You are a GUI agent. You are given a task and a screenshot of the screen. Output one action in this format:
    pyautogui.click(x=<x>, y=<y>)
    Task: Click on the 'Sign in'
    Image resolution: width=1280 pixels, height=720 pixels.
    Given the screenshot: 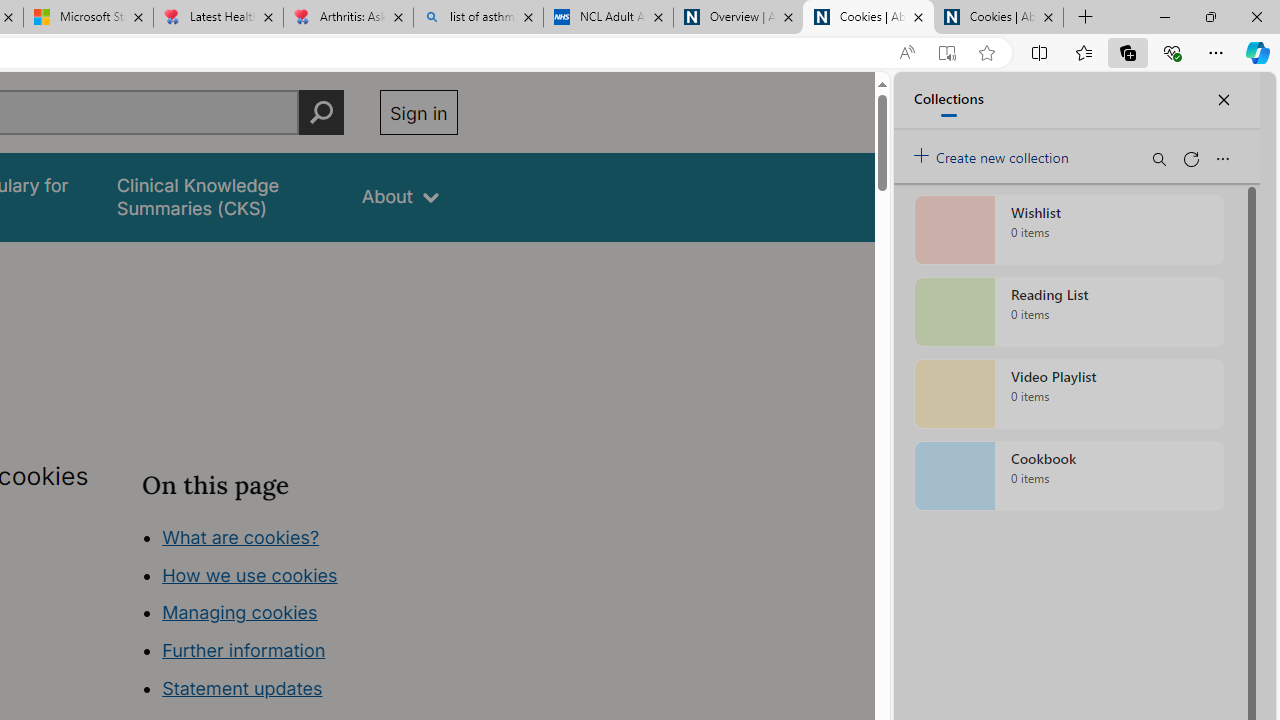 What is the action you would take?
    pyautogui.click(x=417, y=112)
    